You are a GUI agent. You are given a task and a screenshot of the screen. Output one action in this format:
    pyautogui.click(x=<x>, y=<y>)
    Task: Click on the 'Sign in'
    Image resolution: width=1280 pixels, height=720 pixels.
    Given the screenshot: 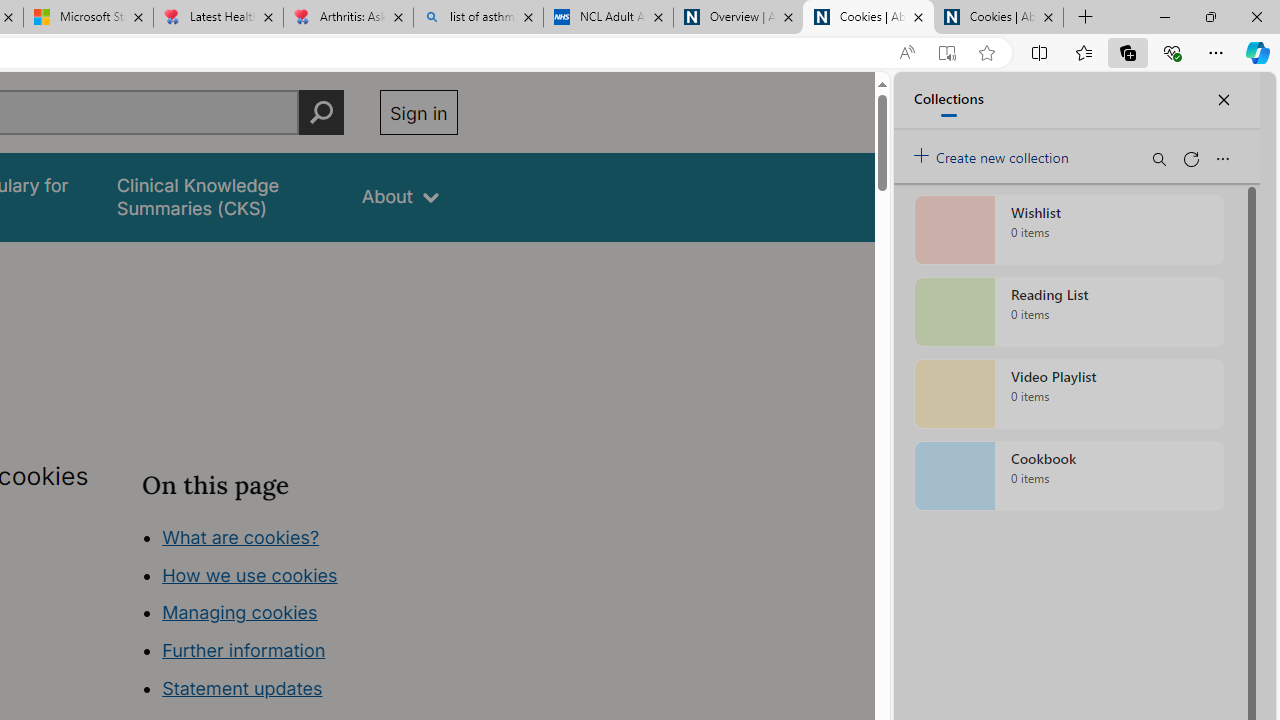 What is the action you would take?
    pyautogui.click(x=417, y=112)
    